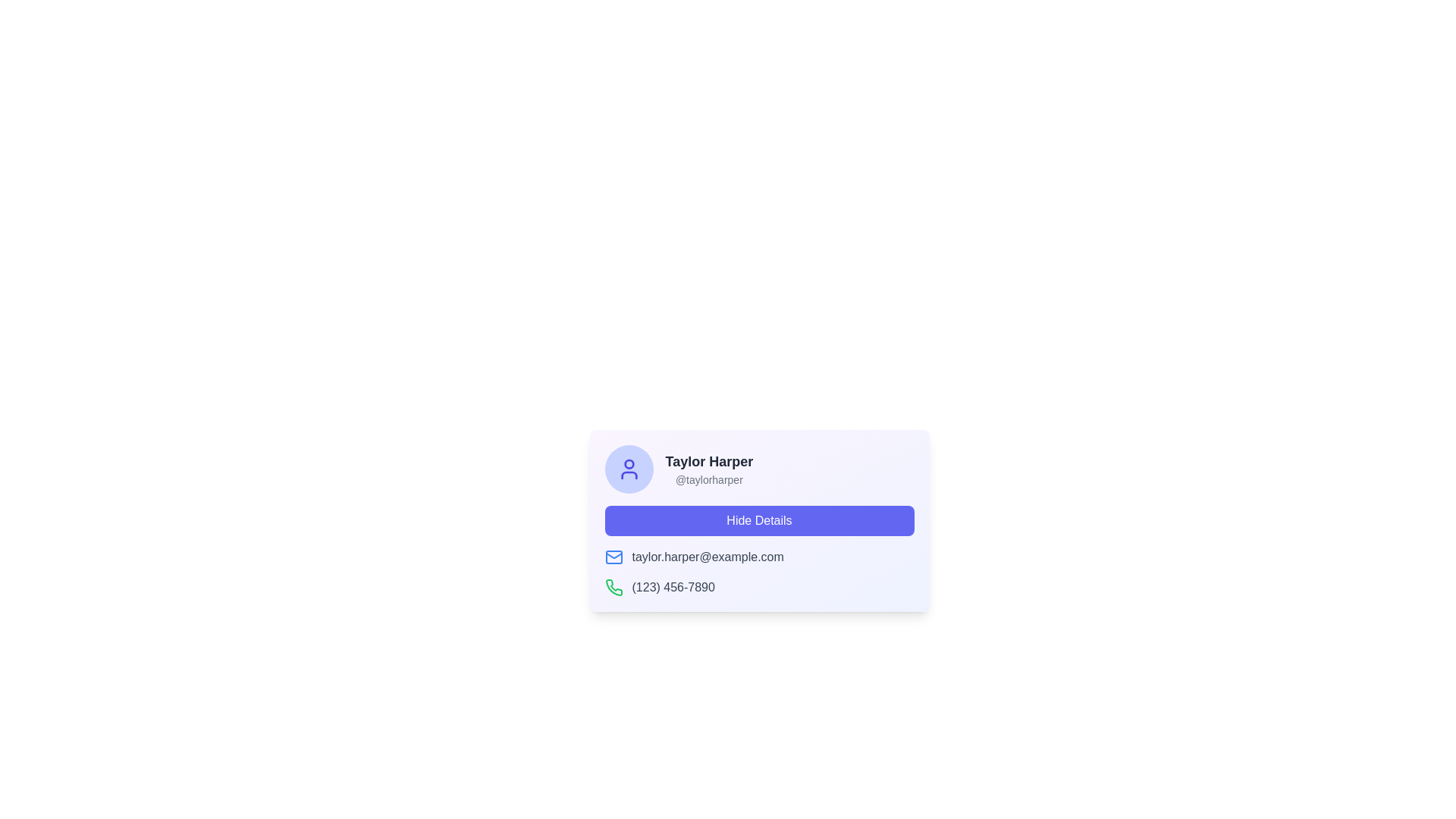 Image resolution: width=1456 pixels, height=819 pixels. What do you see at coordinates (759, 573) in the screenshot?
I see `the phone number displayed in the contact information section for user Taylor Harper` at bounding box center [759, 573].